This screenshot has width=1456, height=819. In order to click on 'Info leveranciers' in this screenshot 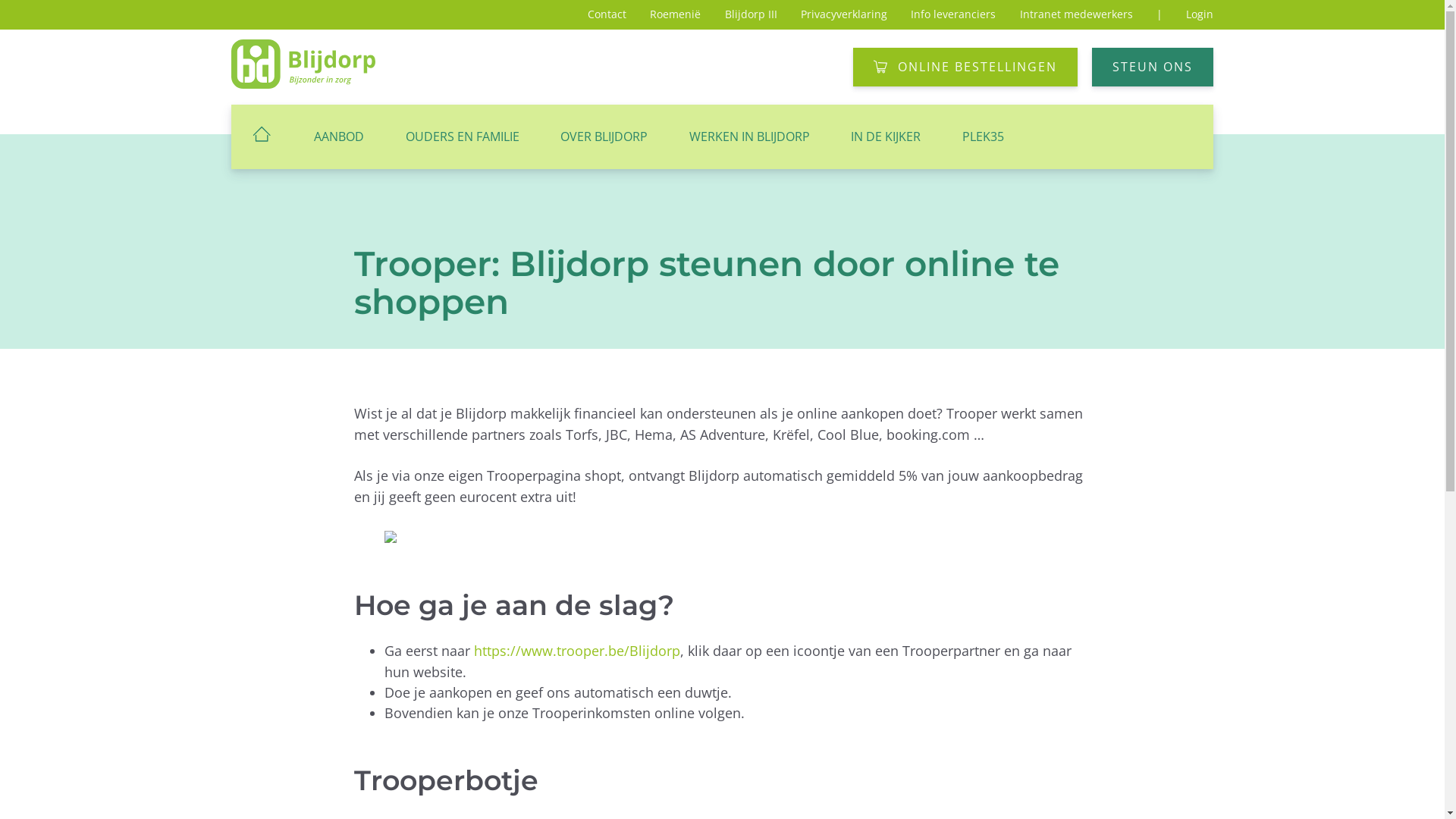, I will do `click(910, 14)`.